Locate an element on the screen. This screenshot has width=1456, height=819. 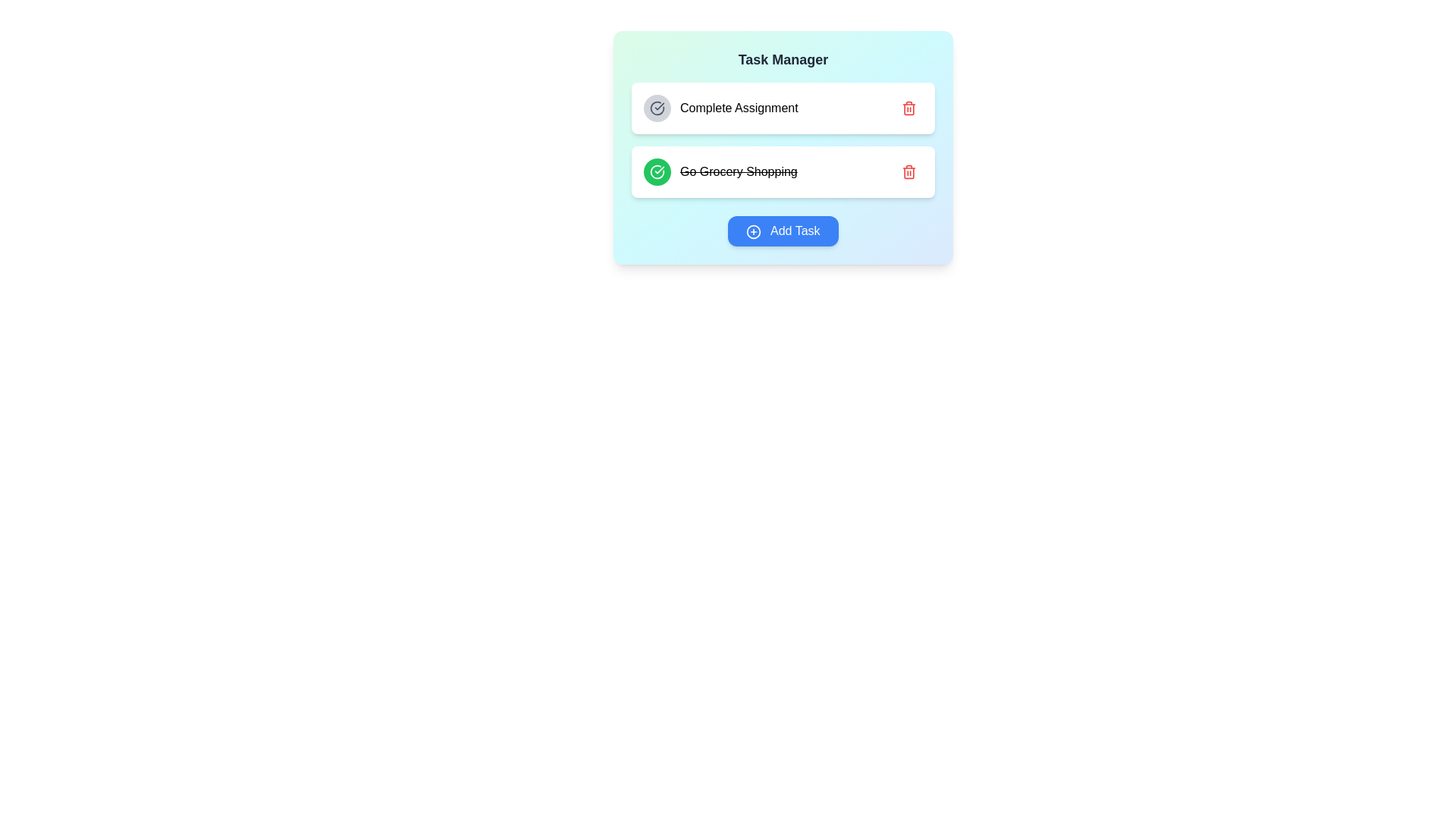
the 'Add Task' button icon that visually represents the action of adding a new task, located at the bottom-center of the interface is located at coordinates (754, 231).